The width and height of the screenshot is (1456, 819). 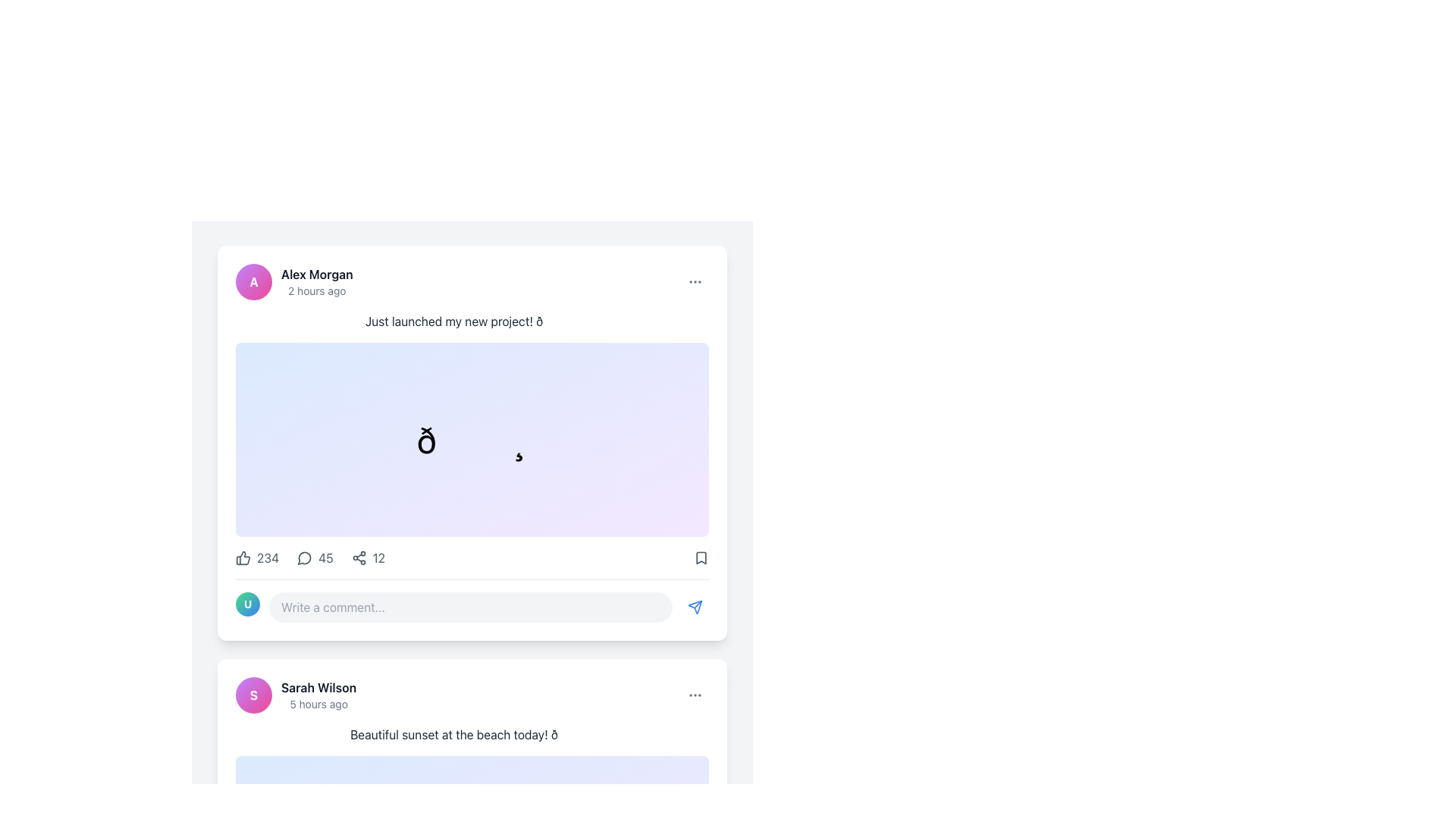 I want to click on timestamp displayed in the text label located in the bottom-left corner of the comment or post area, directly below 'Sarah Wilson', so click(x=318, y=704).